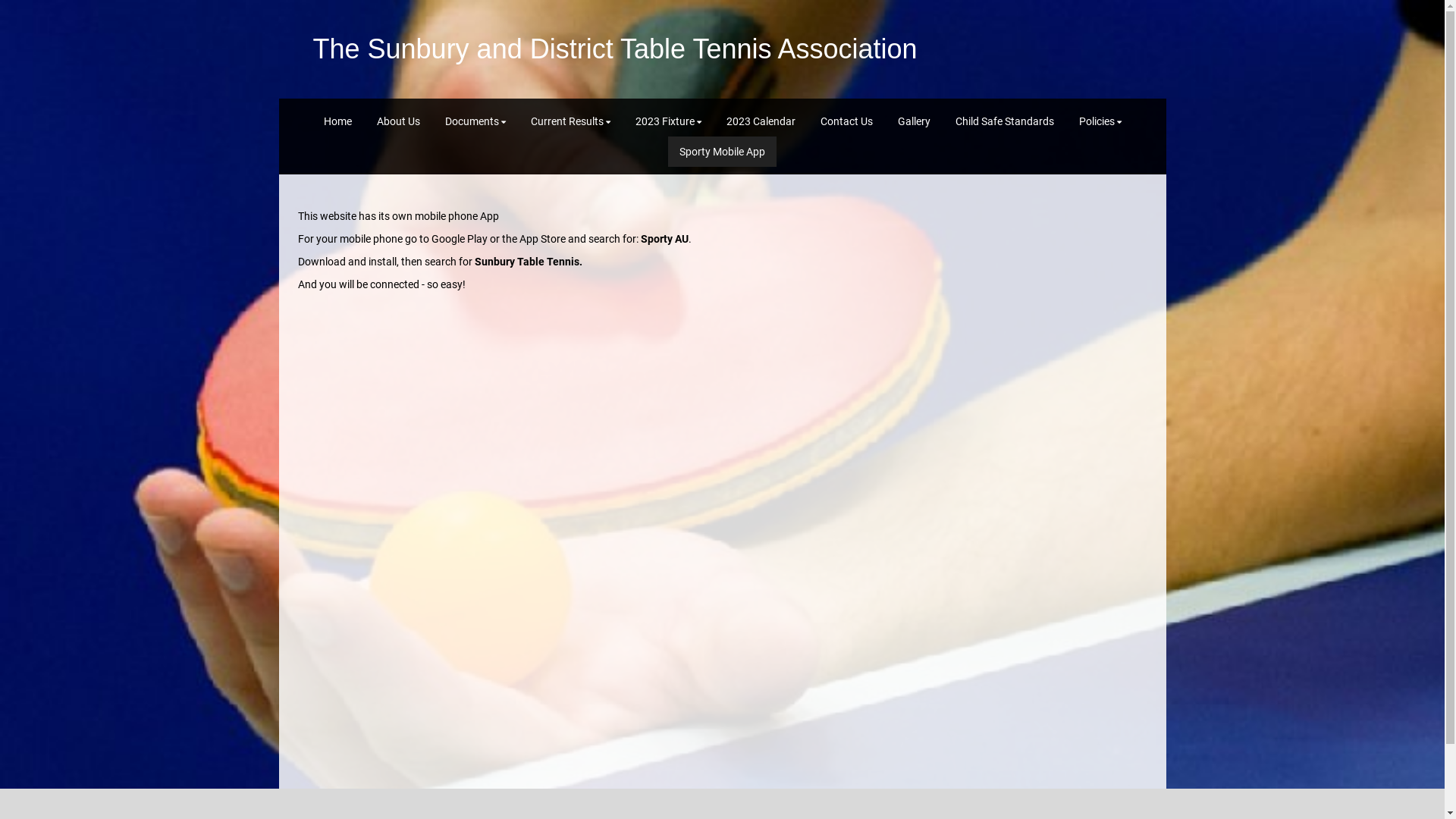  What do you see at coordinates (337, 120) in the screenshot?
I see `'Home'` at bounding box center [337, 120].